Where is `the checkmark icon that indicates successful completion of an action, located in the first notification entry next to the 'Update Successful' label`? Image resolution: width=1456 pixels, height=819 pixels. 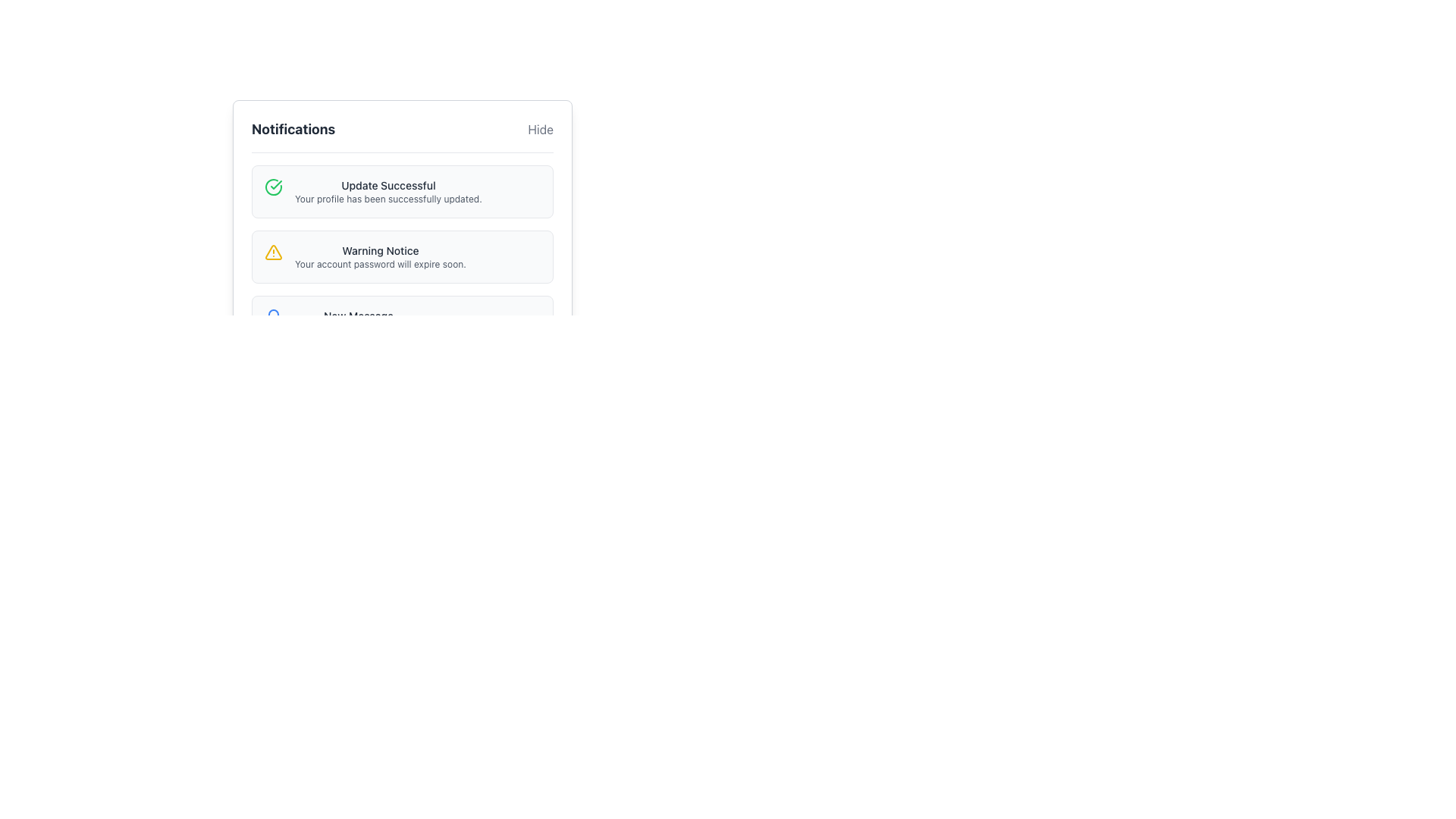 the checkmark icon that indicates successful completion of an action, located in the first notification entry next to the 'Update Successful' label is located at coordinates (276, 184).